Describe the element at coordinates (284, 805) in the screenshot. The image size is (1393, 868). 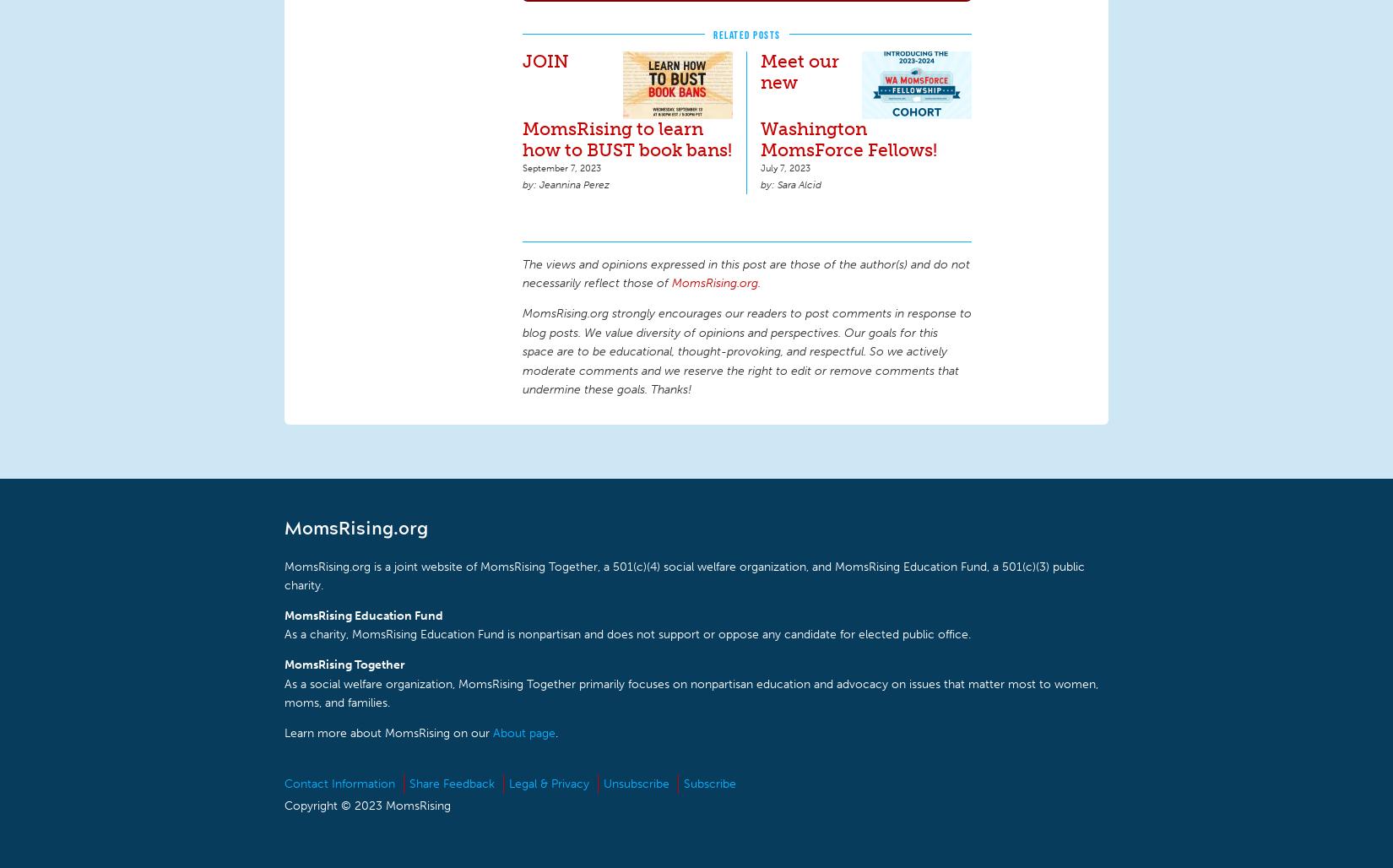
I see `'Copyright © 2023 MomsRising'` at that location.